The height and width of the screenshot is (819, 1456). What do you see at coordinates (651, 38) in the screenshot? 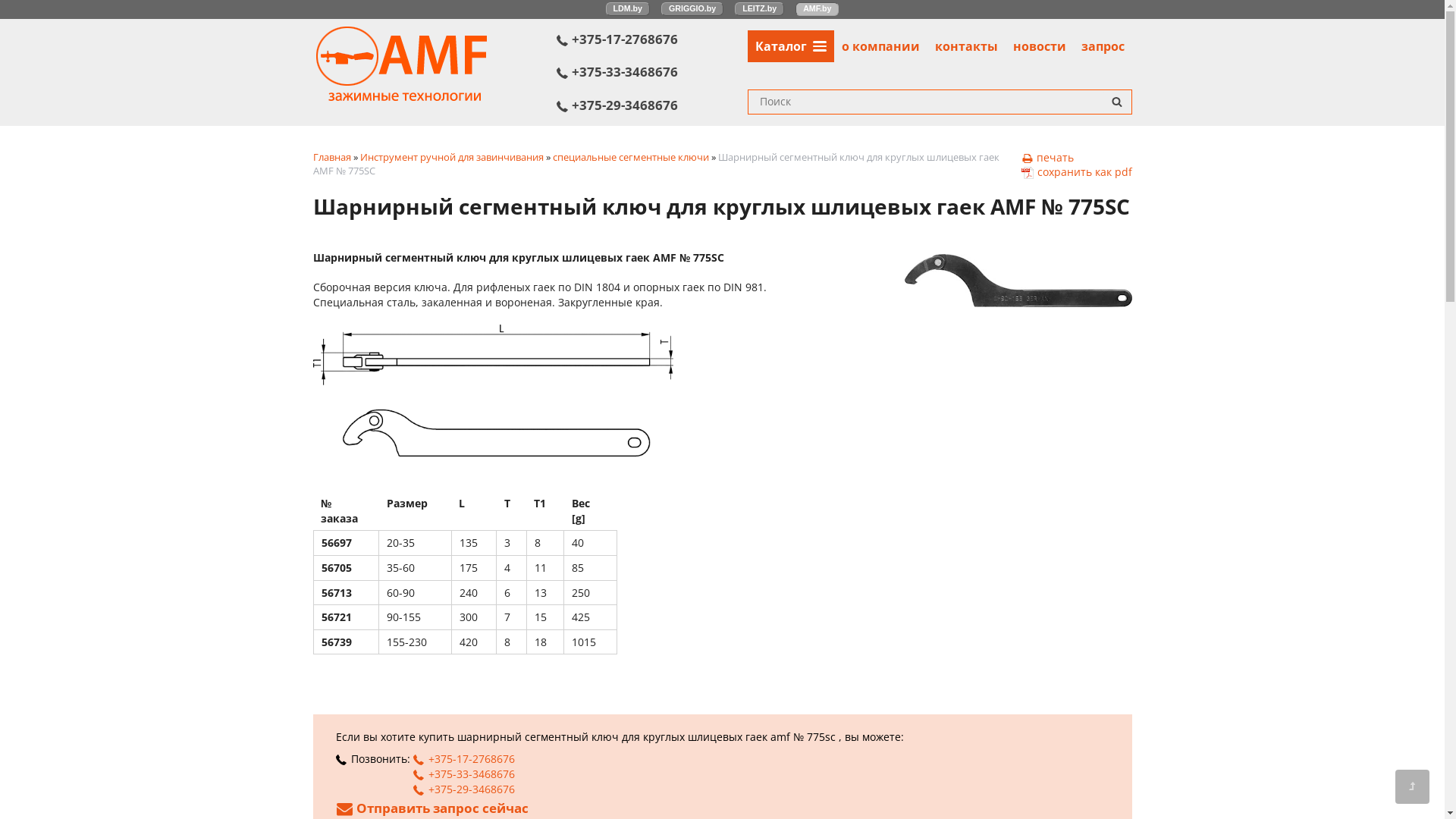
I see `'+375-17-2768676'` at bounding box center [651, 38].